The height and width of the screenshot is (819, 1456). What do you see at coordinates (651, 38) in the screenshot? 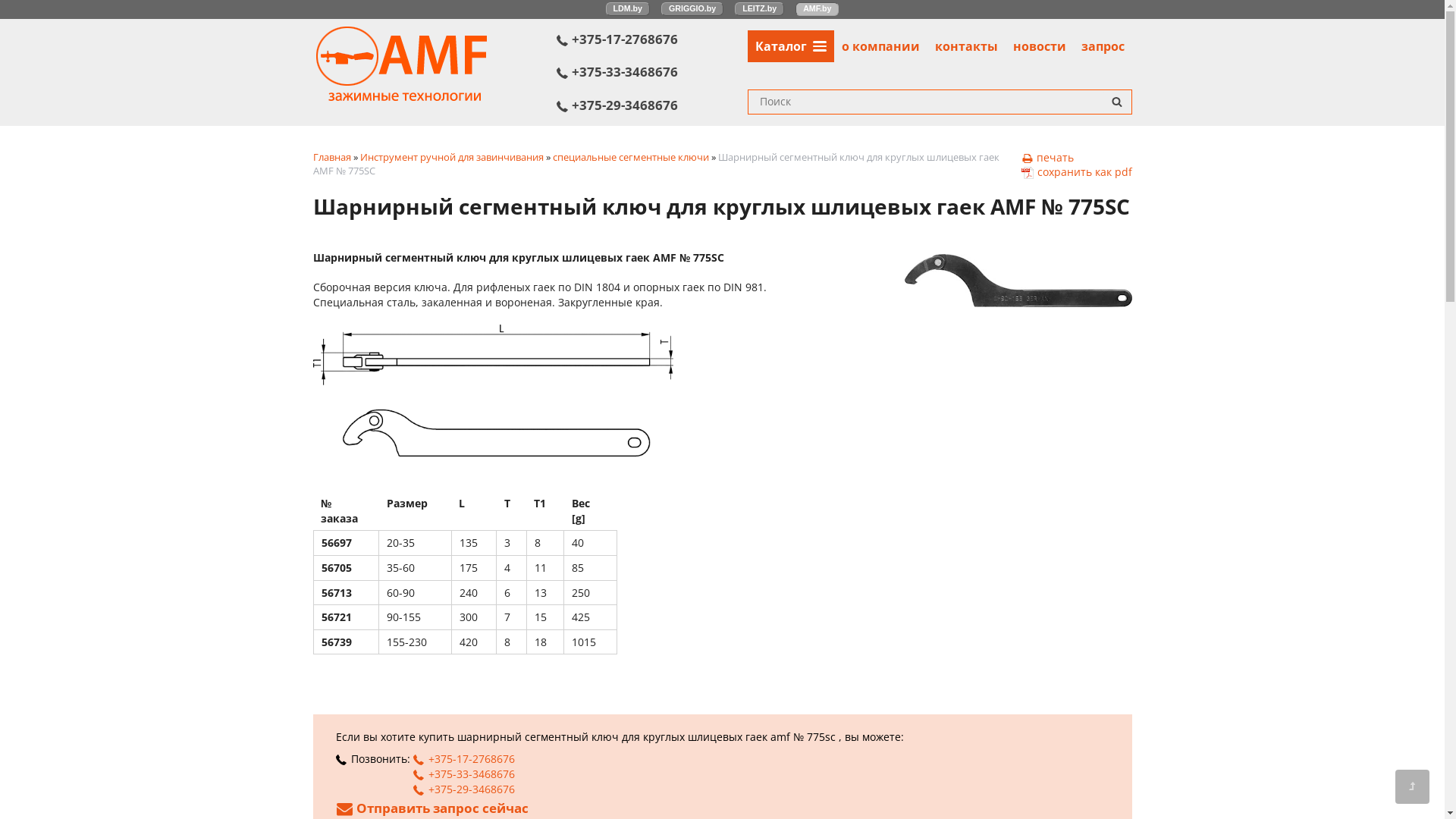
I see `'+375-17-2768676'` at bounding box center [651, 38].